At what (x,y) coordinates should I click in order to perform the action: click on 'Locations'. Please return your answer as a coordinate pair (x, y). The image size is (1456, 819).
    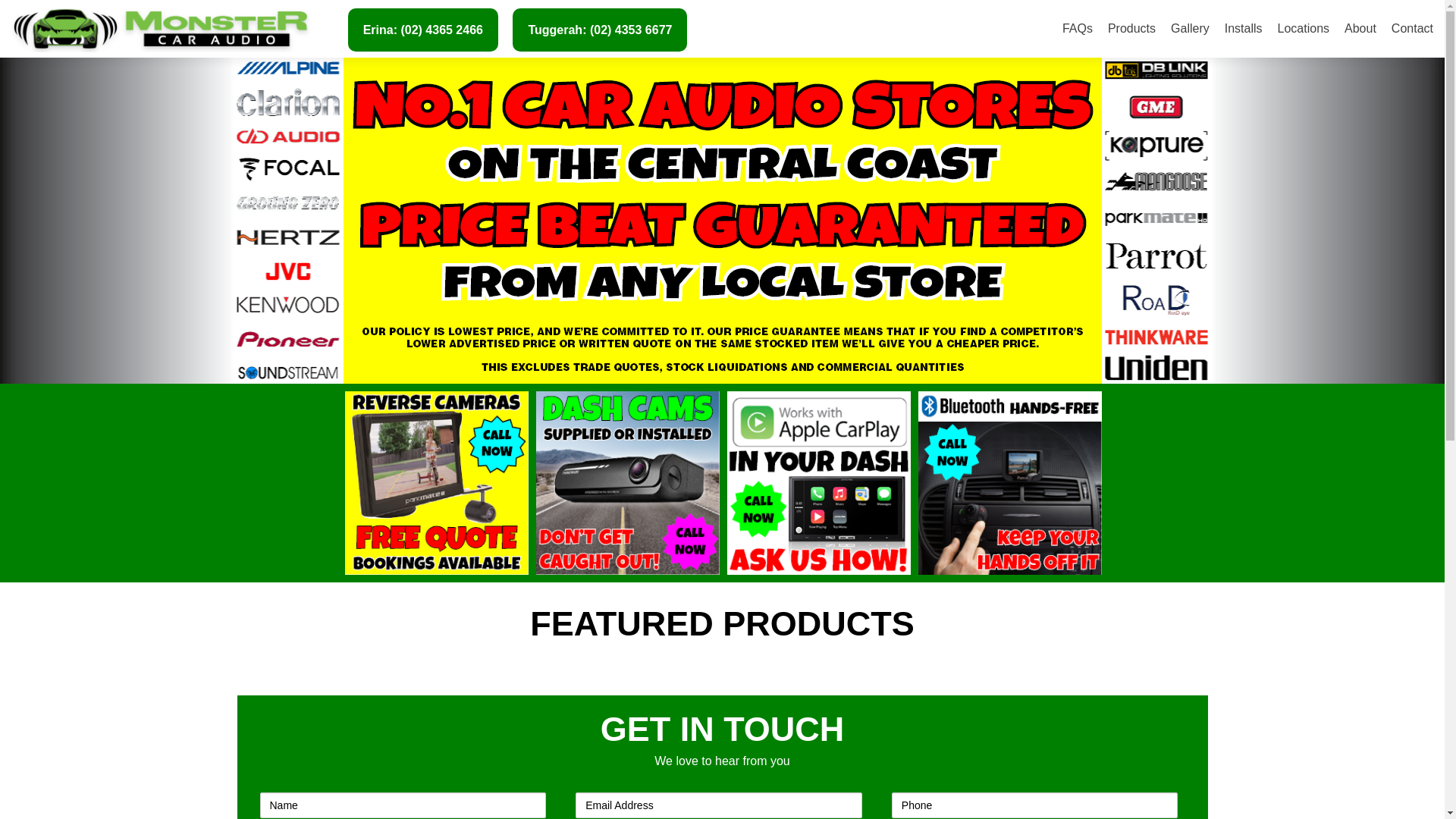
    Looking at the image, I should click on (1303, 28).